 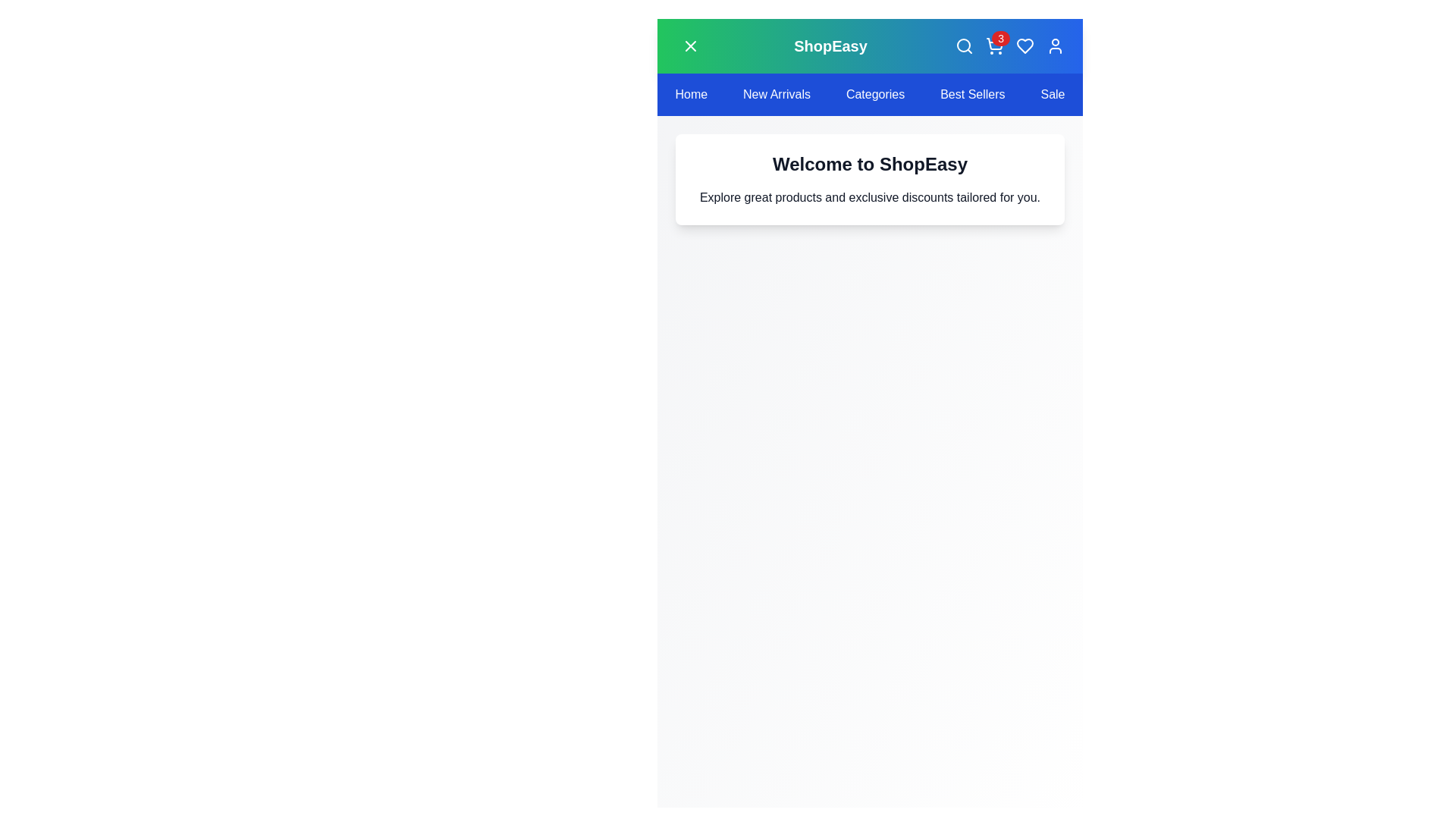 What do you see at coordinates (777, 94) in the screenshot?
I see `the navbar item labeled 'New Arrivals' to navigate to the corresponding section` at bounding box center [777, 94].